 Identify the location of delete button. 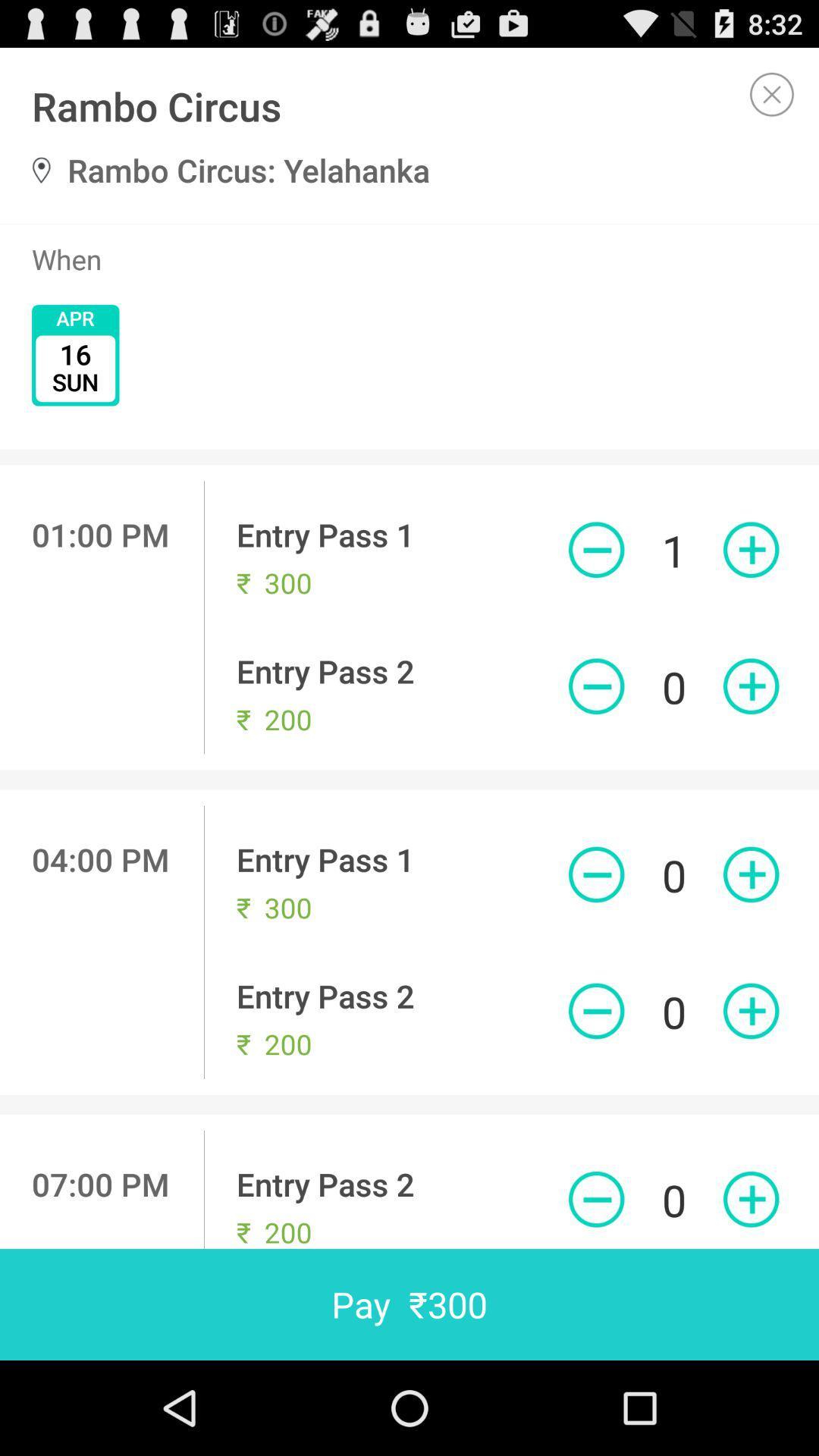
(595, 1198).